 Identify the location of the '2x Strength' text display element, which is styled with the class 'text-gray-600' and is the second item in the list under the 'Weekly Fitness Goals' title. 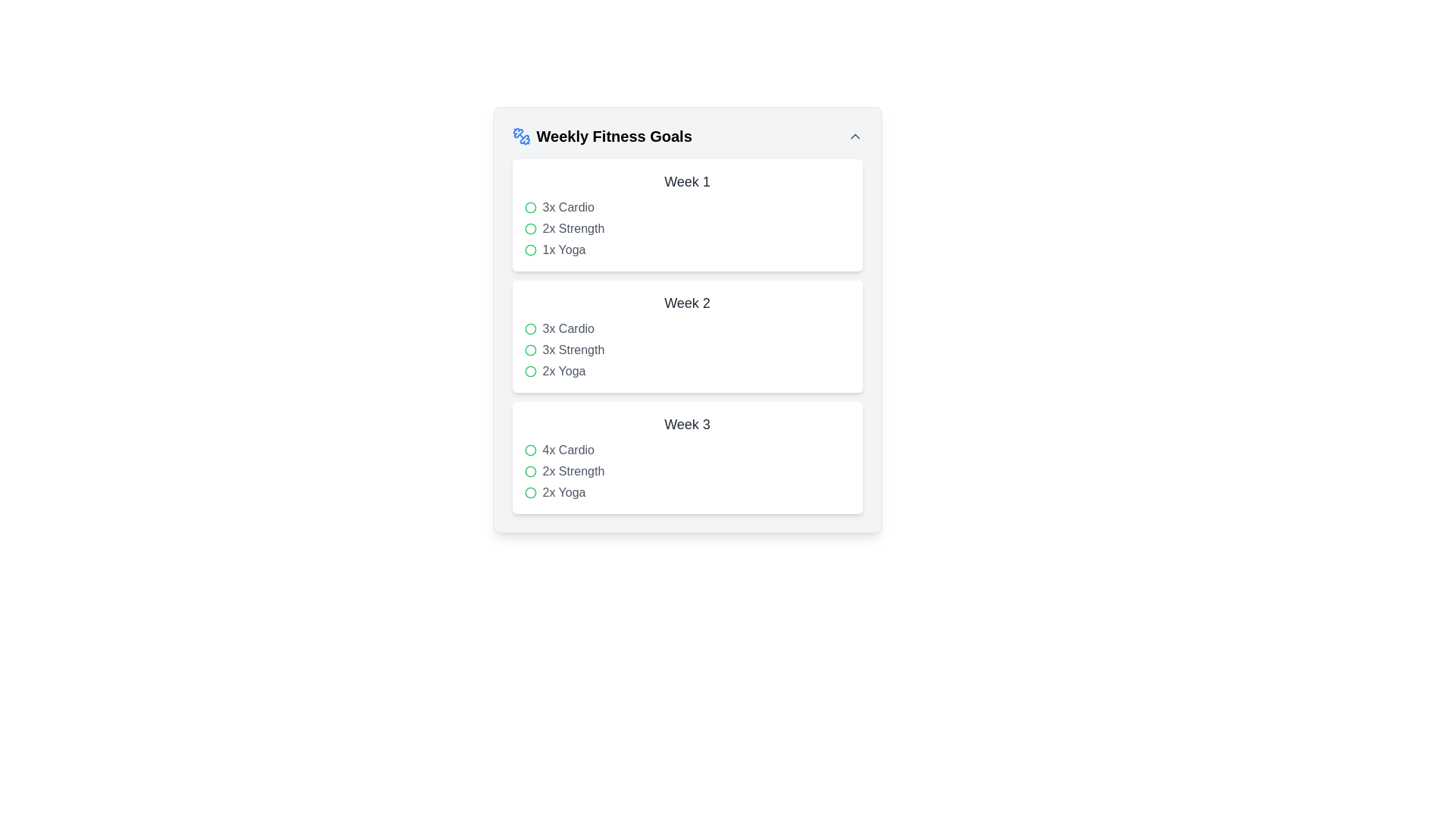
(573, 228).